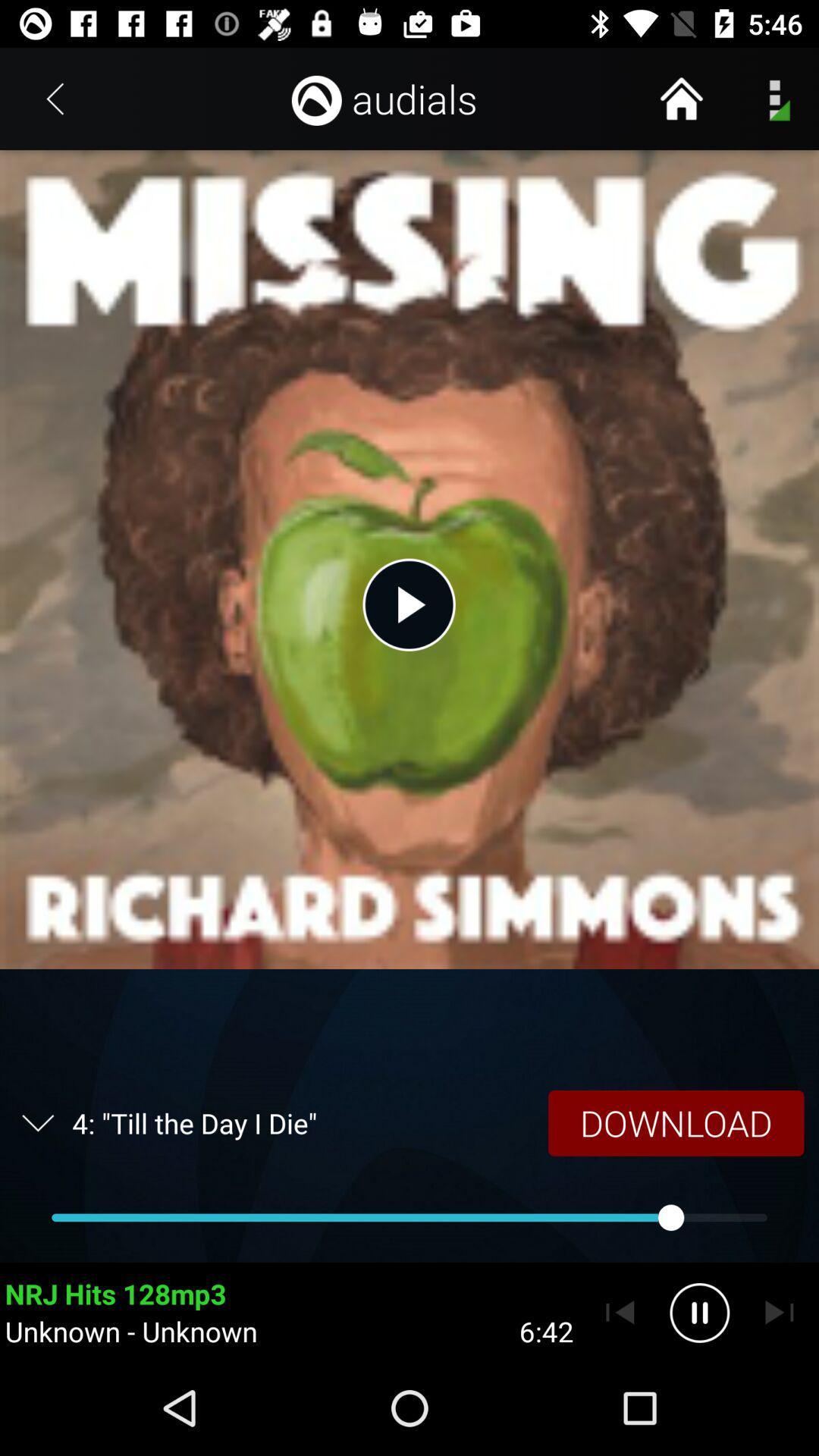 The image size is (819, 1456). What do you see at coordinates (408, 604) in the screenshot?
I see `the icon above the 4 till the` at bounding box center [408, 604].